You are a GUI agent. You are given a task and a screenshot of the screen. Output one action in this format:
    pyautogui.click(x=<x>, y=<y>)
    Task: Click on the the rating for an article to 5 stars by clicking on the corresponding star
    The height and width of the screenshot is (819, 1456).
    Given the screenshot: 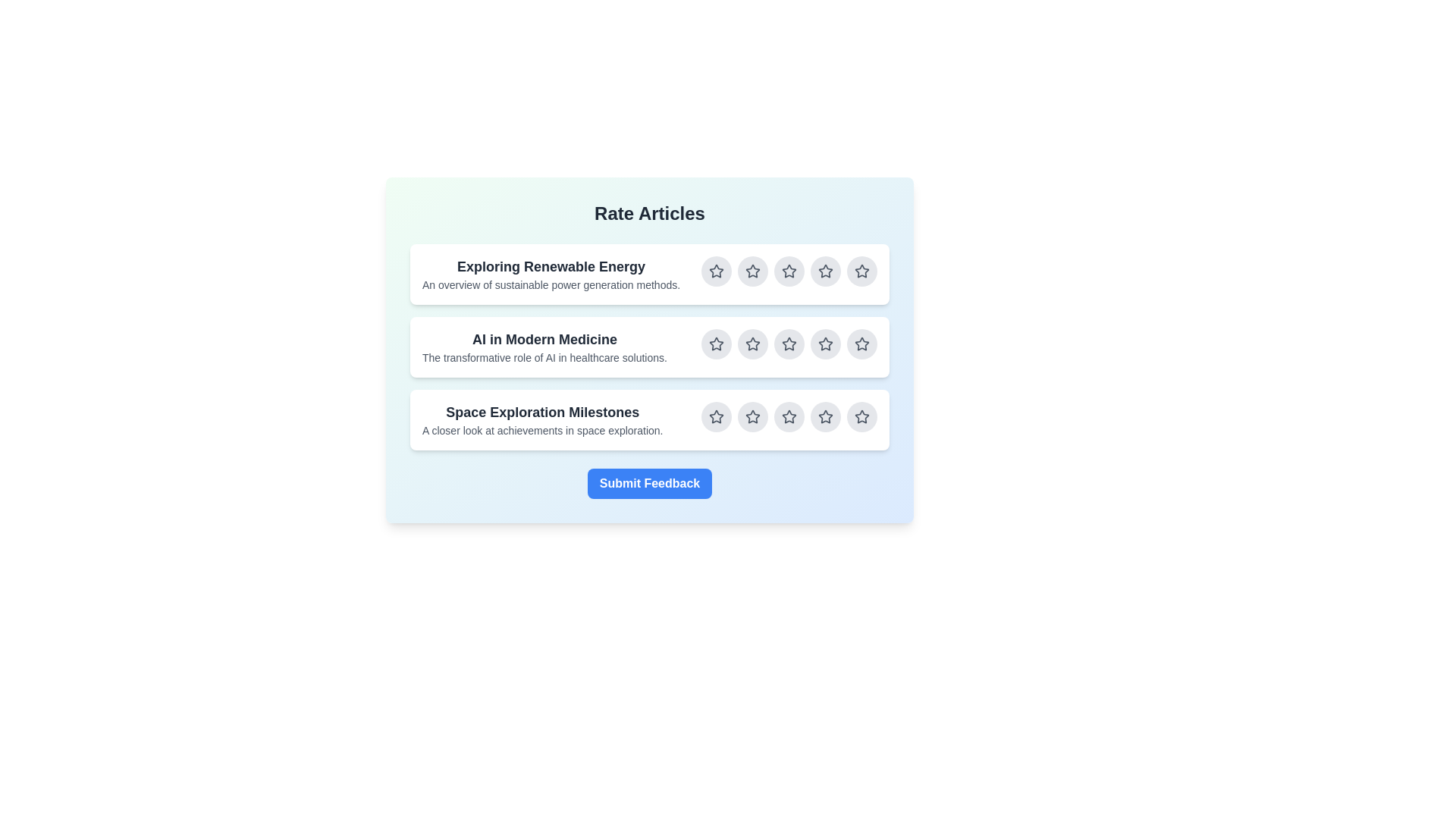 What is the action you would take?
    pyautogui.click(x=862, y=271)
    